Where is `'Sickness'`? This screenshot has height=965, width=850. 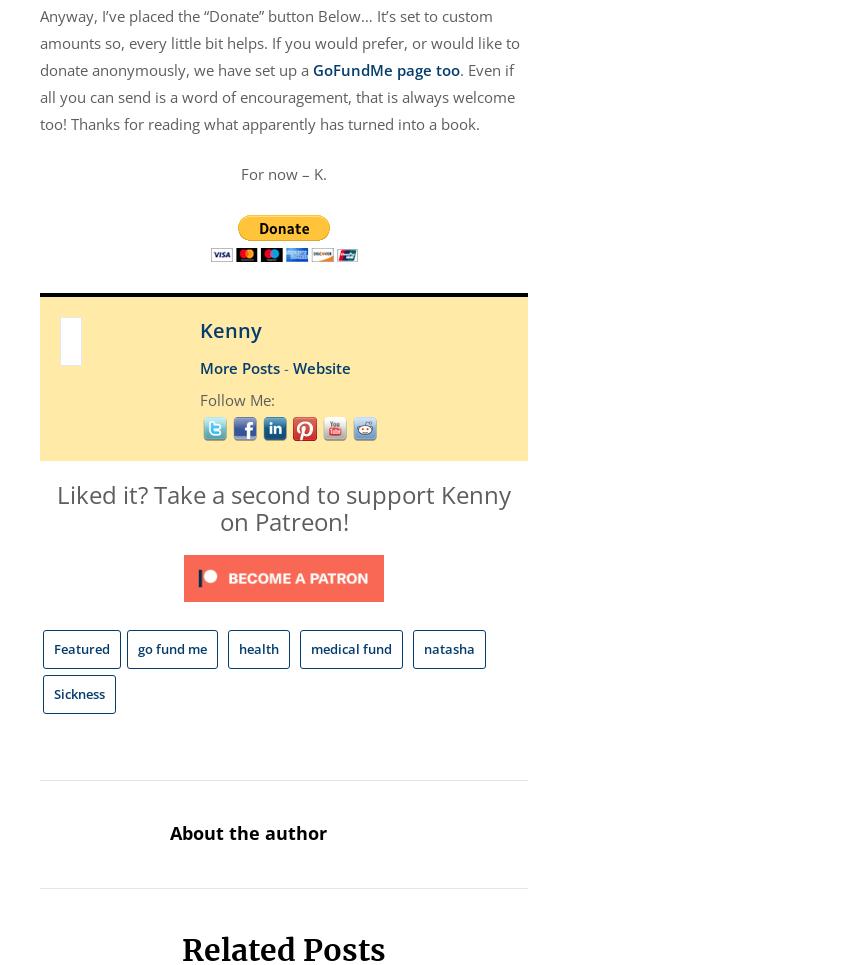
'Sickness' is located at coordinates (79, 693).